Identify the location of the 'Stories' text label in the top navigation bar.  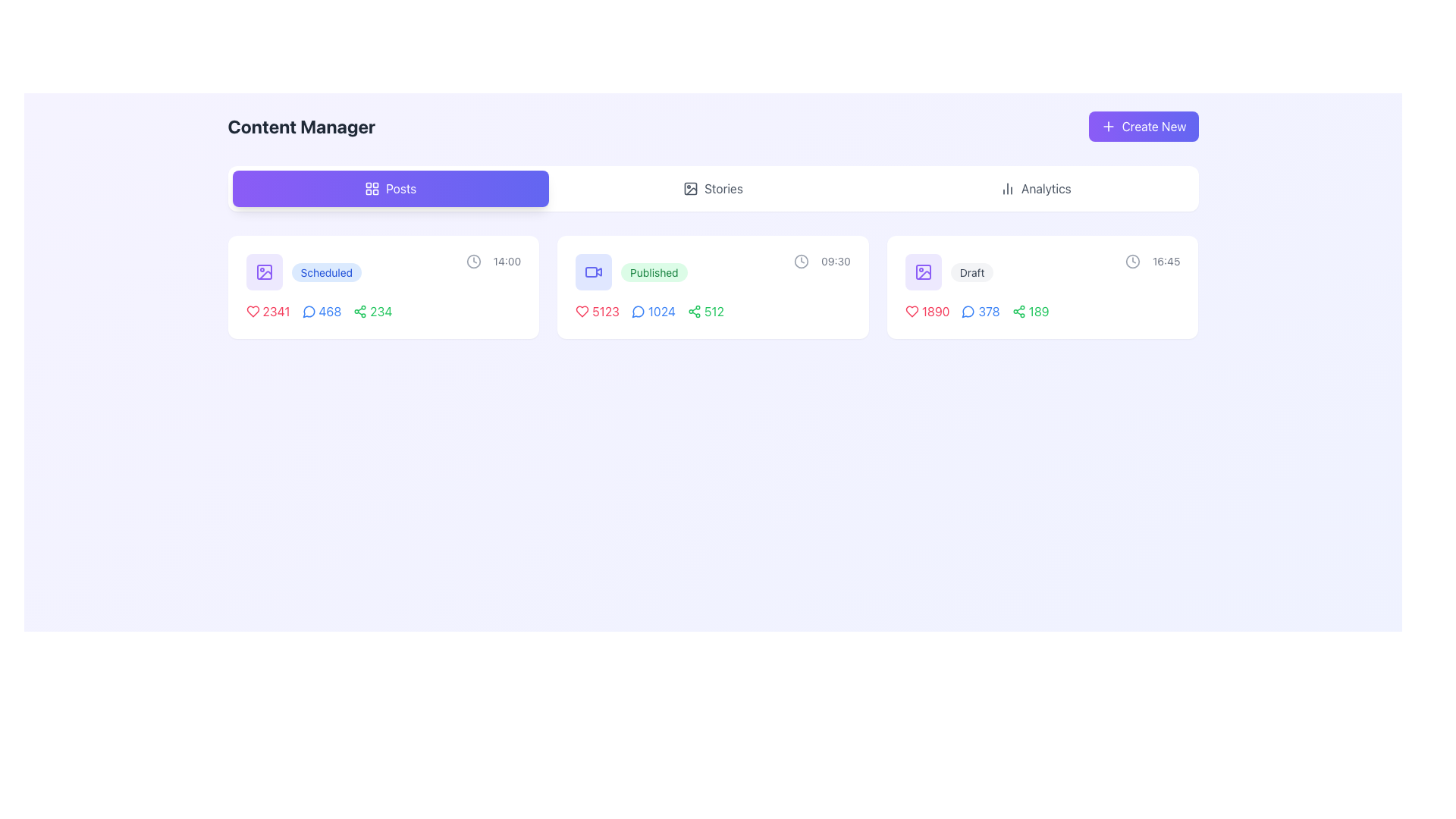
(723, 188).